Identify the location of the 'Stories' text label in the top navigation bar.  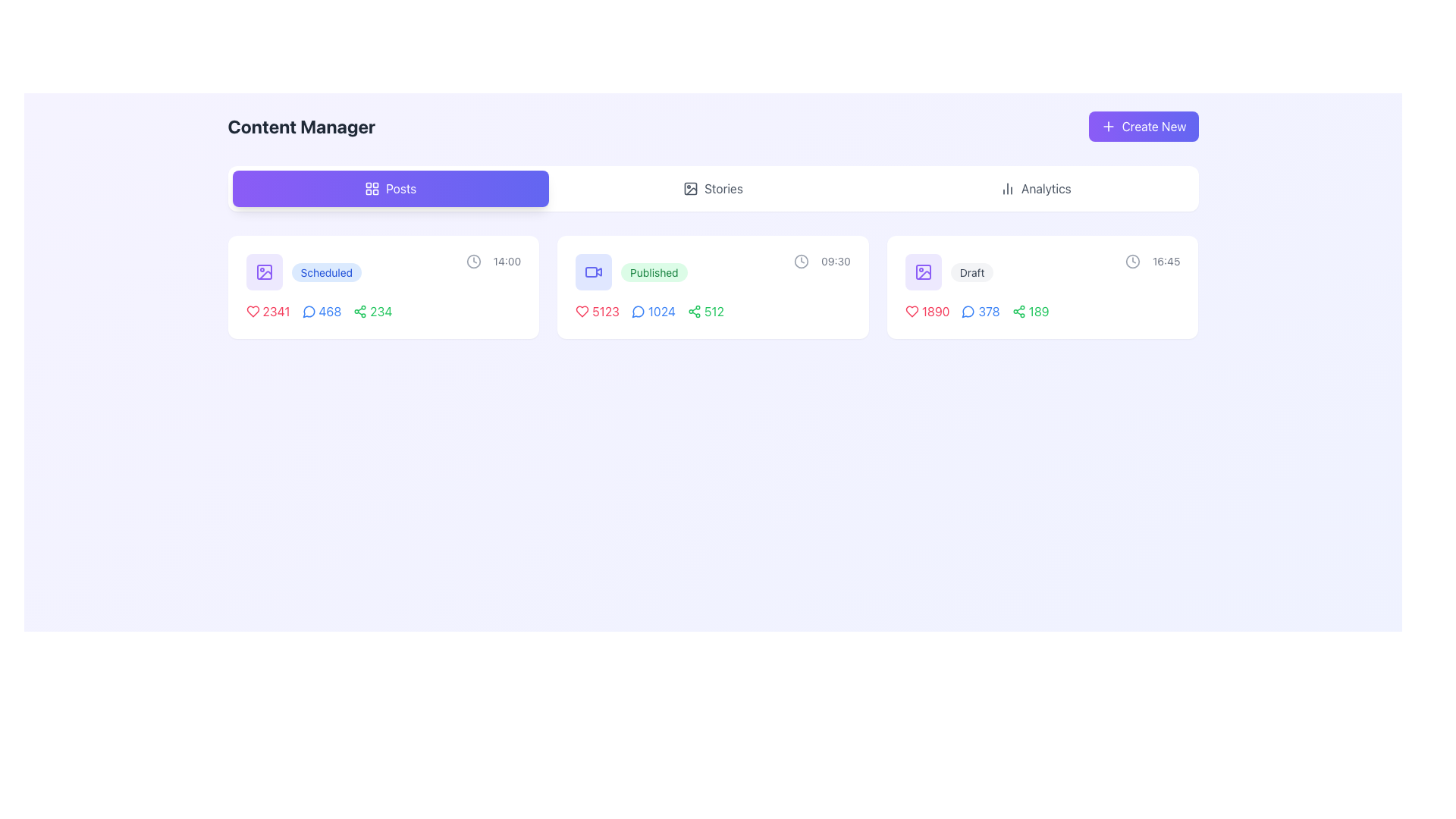
(723, 188).